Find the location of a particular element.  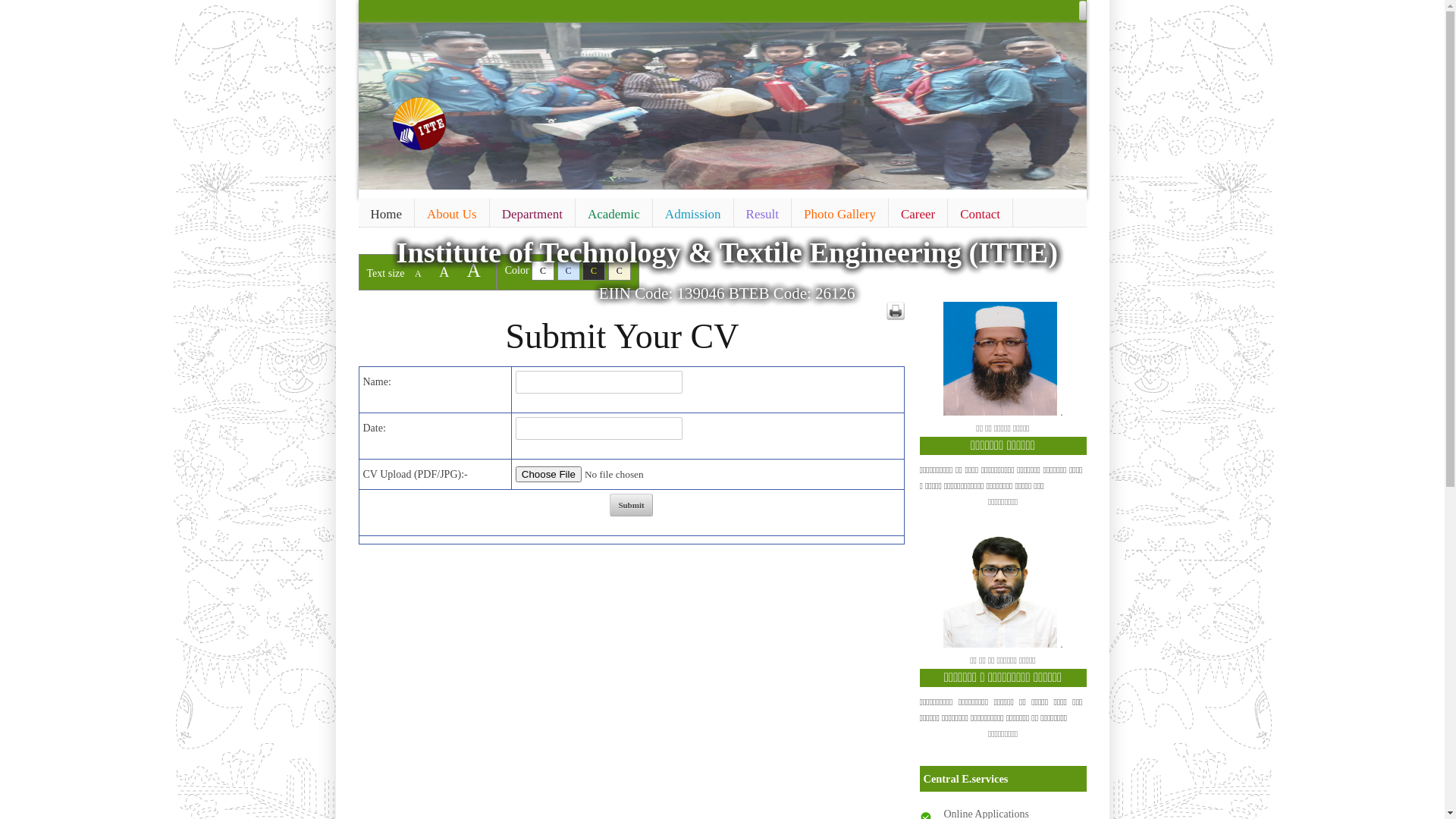

'C' is located at coordinates (567, 270).